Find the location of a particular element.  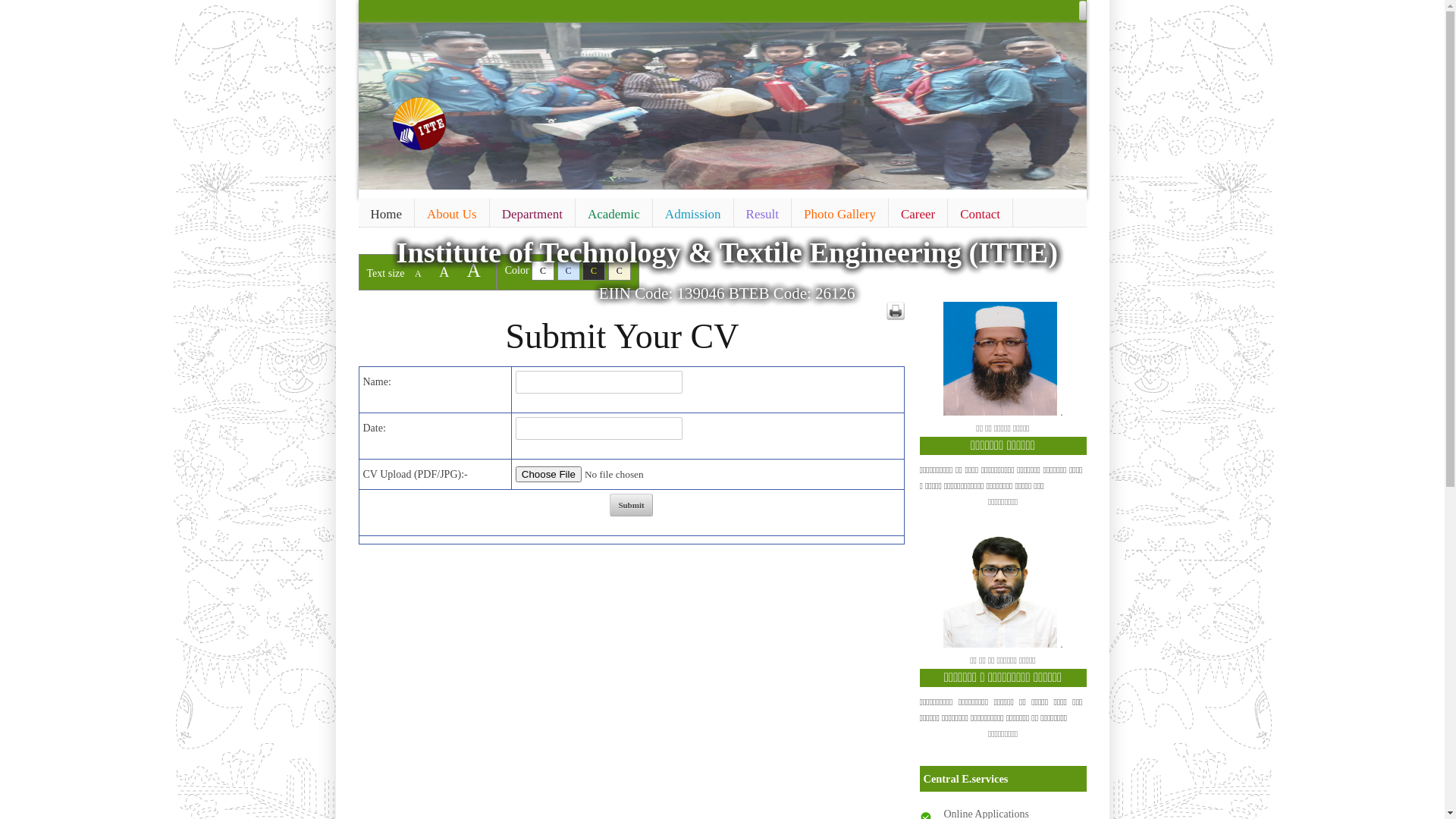

'C' is located at coordinates (567, 270).